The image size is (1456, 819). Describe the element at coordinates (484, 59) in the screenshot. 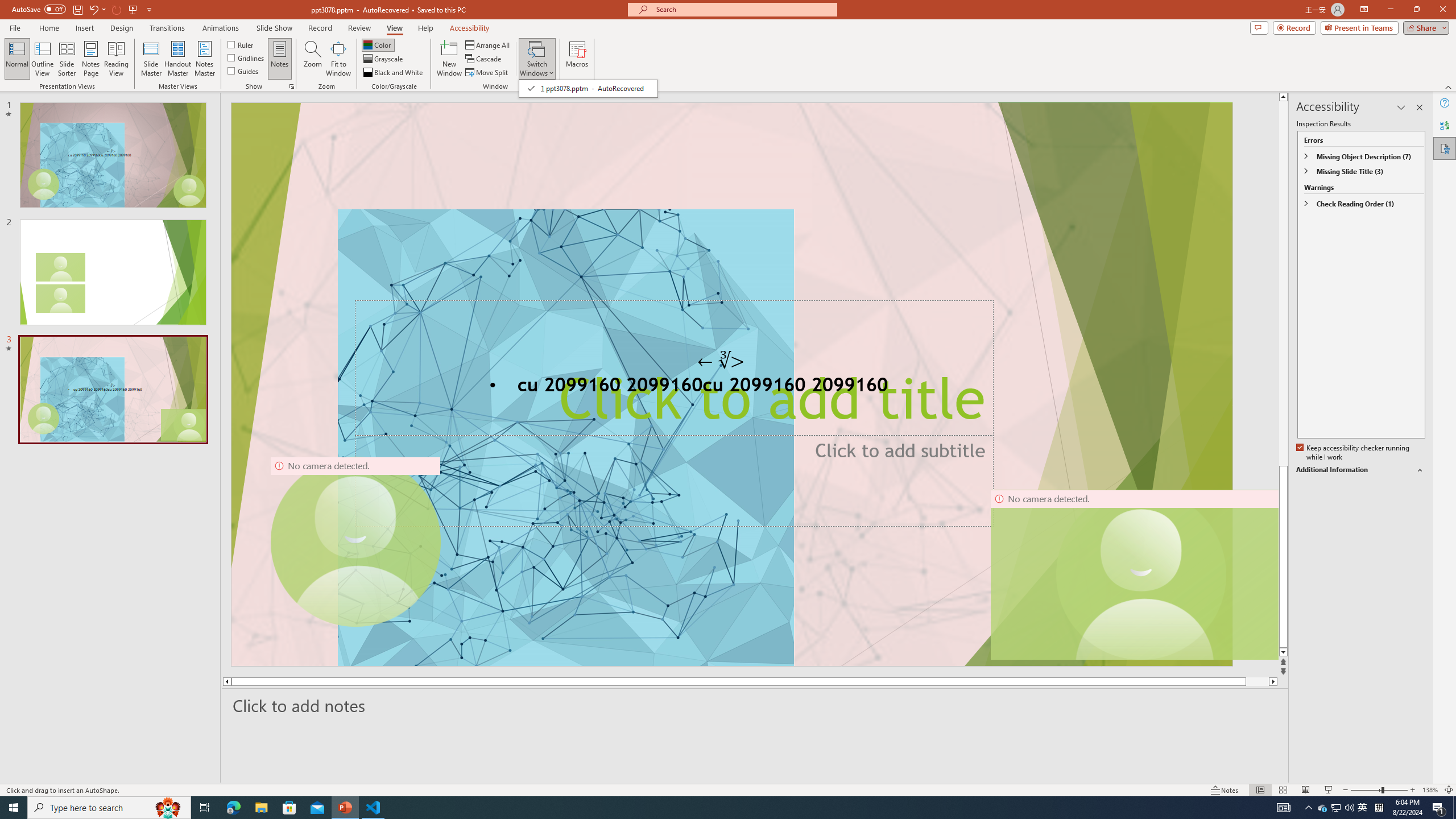

I see `'Cascade'` at that location.